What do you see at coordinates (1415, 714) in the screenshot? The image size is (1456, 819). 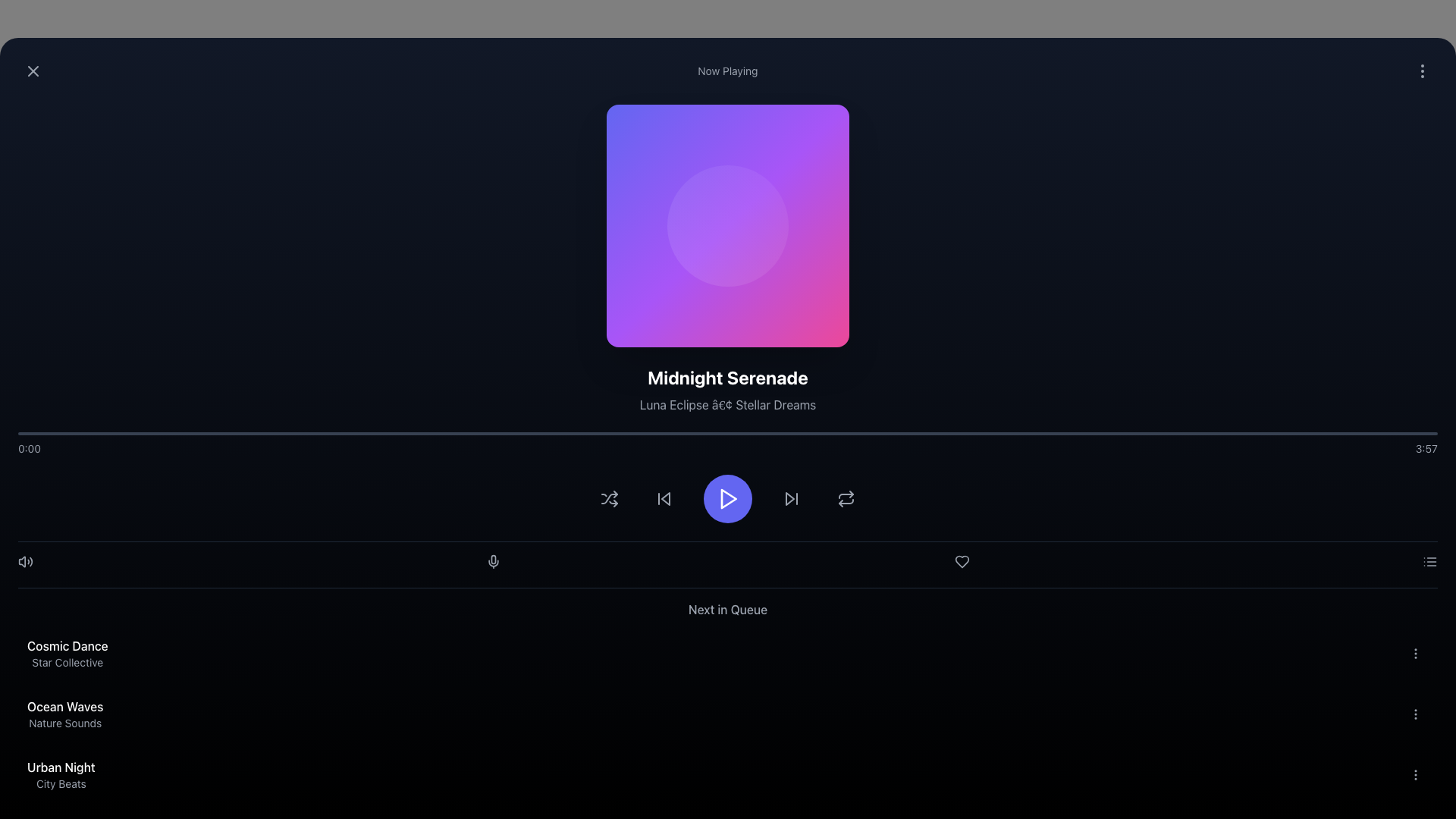 I see `the ellipsis icon for menu/context options located in the bottom-right corner of the user interface` at bounding box center [1415, 714].